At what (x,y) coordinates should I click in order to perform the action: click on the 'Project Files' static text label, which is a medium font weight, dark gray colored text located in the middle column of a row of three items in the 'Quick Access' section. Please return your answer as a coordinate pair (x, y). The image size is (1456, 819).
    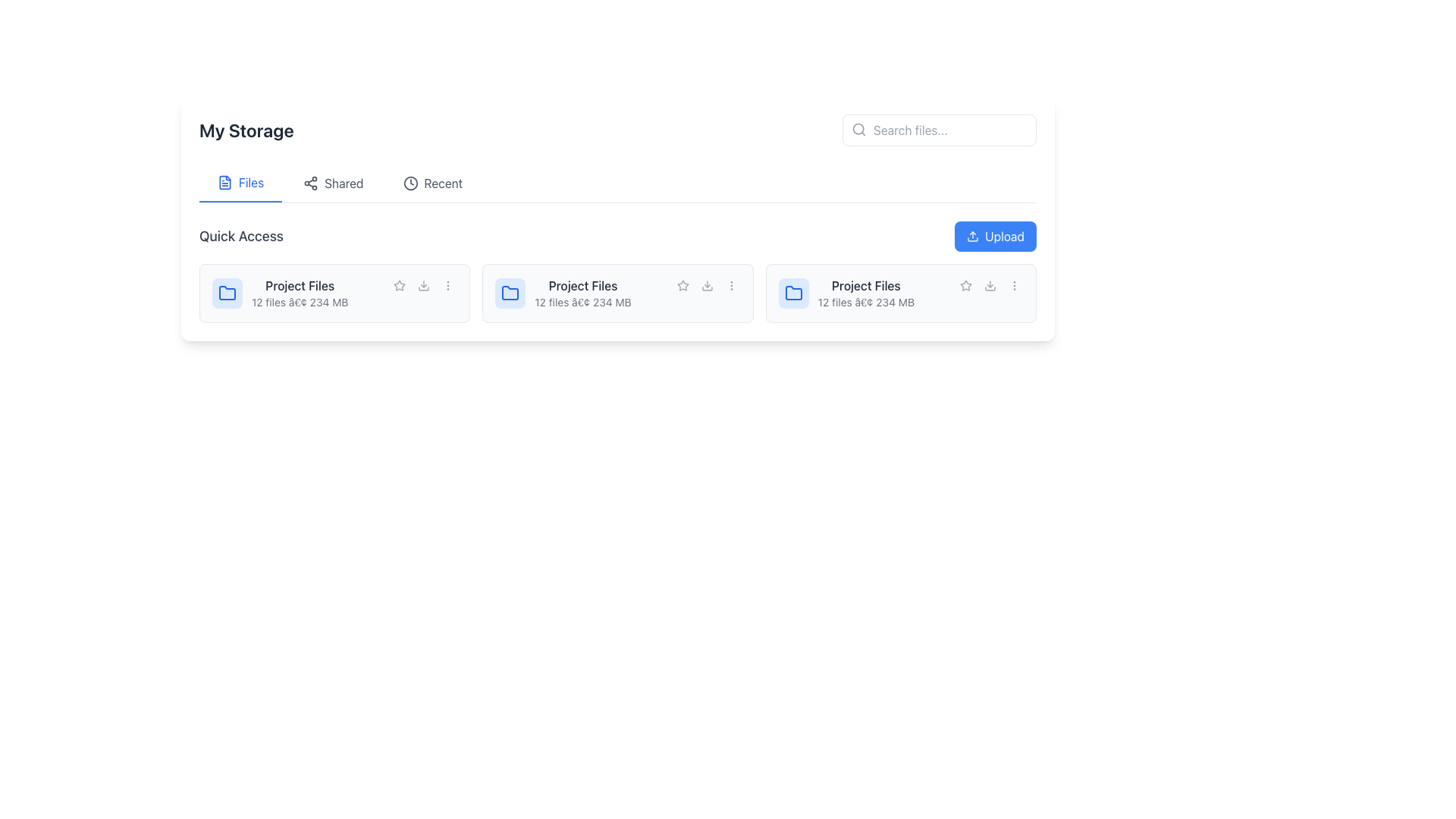
    Looking at the image, I should click on (582, 286).